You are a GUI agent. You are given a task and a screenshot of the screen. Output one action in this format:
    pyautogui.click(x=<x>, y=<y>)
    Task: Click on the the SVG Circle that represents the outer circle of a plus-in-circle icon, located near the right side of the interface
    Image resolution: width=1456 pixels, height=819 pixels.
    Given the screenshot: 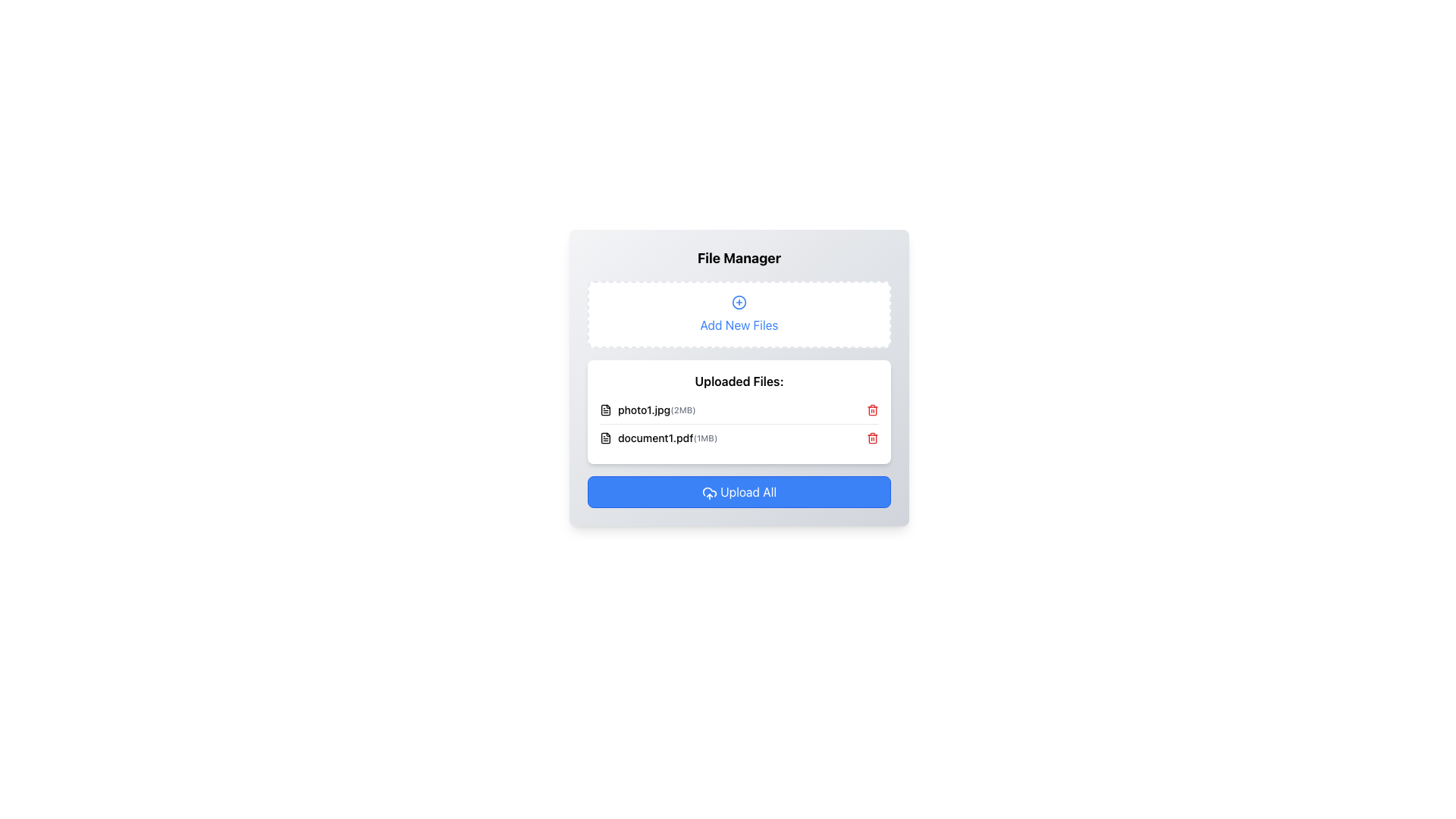 What is the action you would take?
    pyautogui.click(x=739, y=302)
    